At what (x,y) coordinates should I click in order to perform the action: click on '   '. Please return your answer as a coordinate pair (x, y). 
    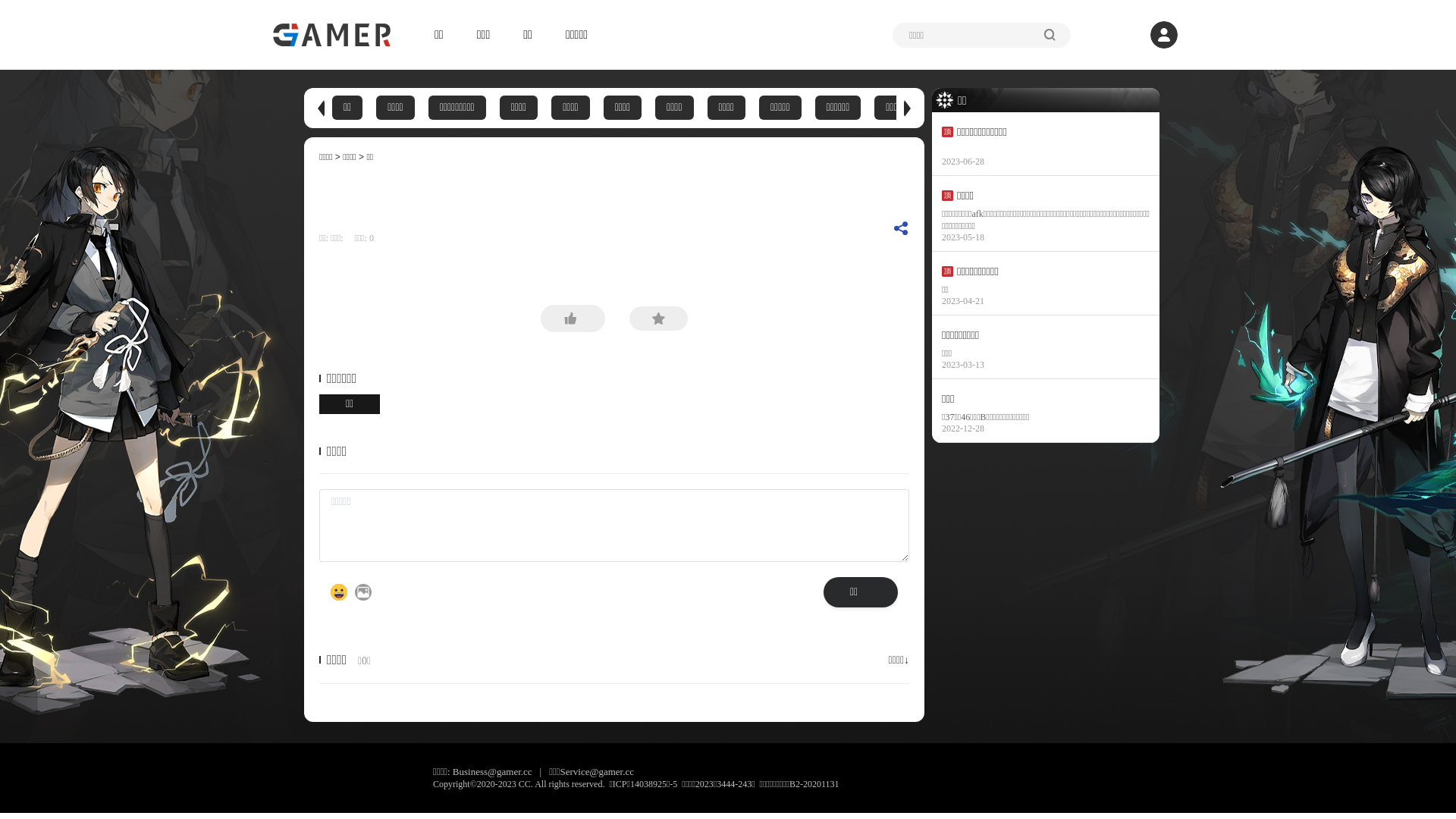
    Looking at the image, I should click on (348, 237).